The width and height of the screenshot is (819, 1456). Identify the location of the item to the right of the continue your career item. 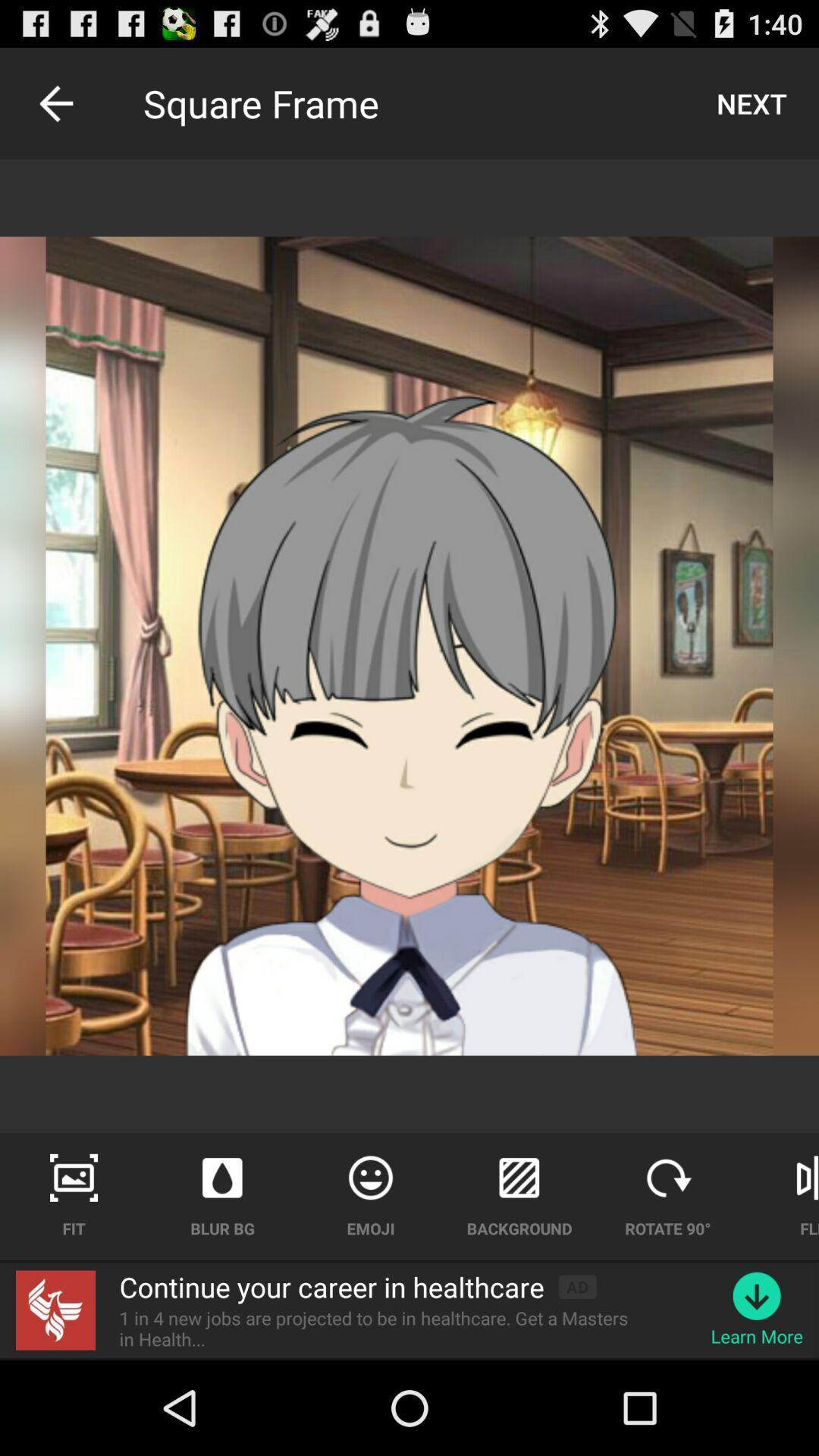
(577, 1286).